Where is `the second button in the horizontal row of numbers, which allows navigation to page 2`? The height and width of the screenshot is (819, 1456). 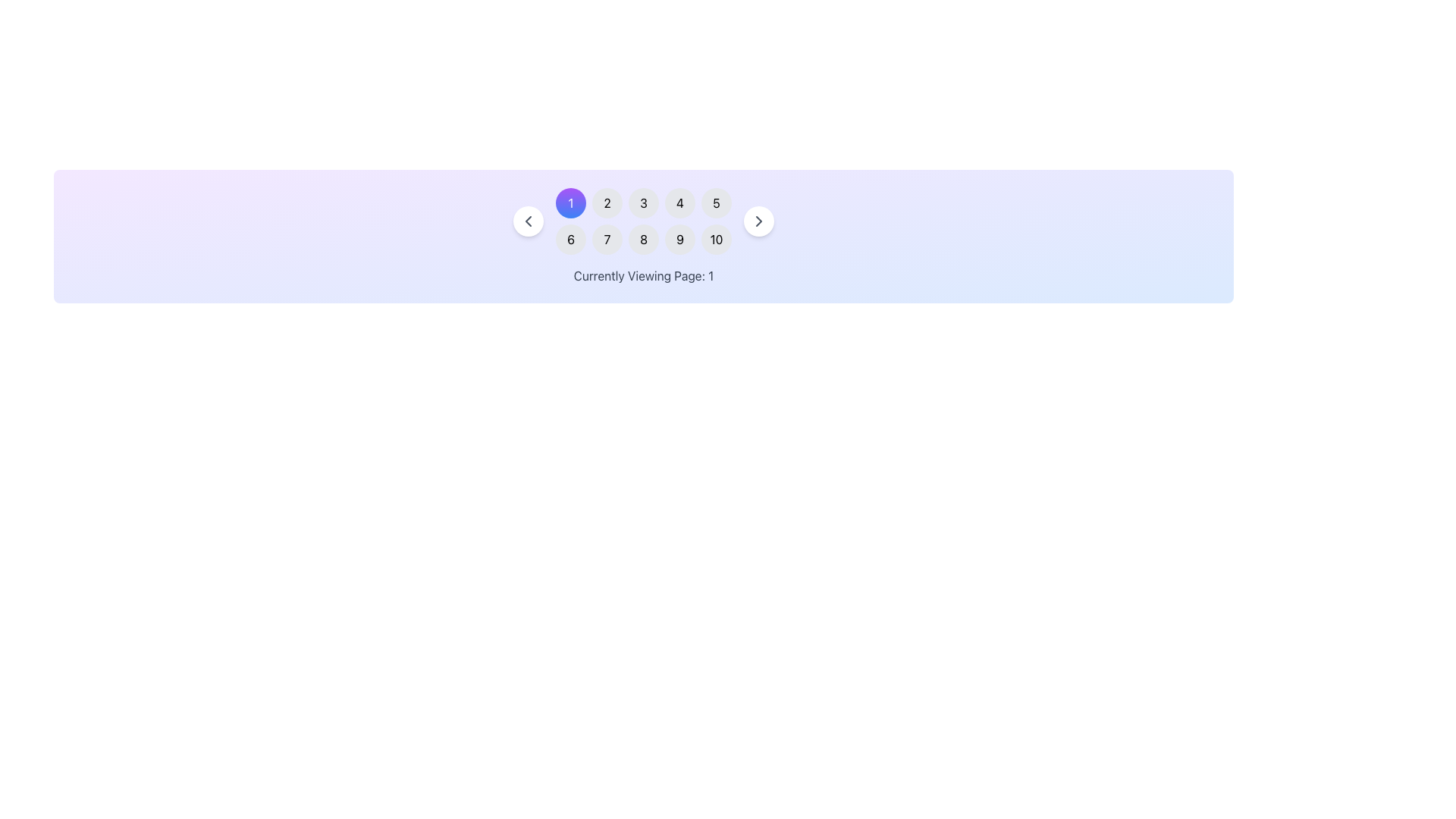 the second button in the horizontal row of numbers, which allows navigation to page 2 is located at coordinates (607, 202).